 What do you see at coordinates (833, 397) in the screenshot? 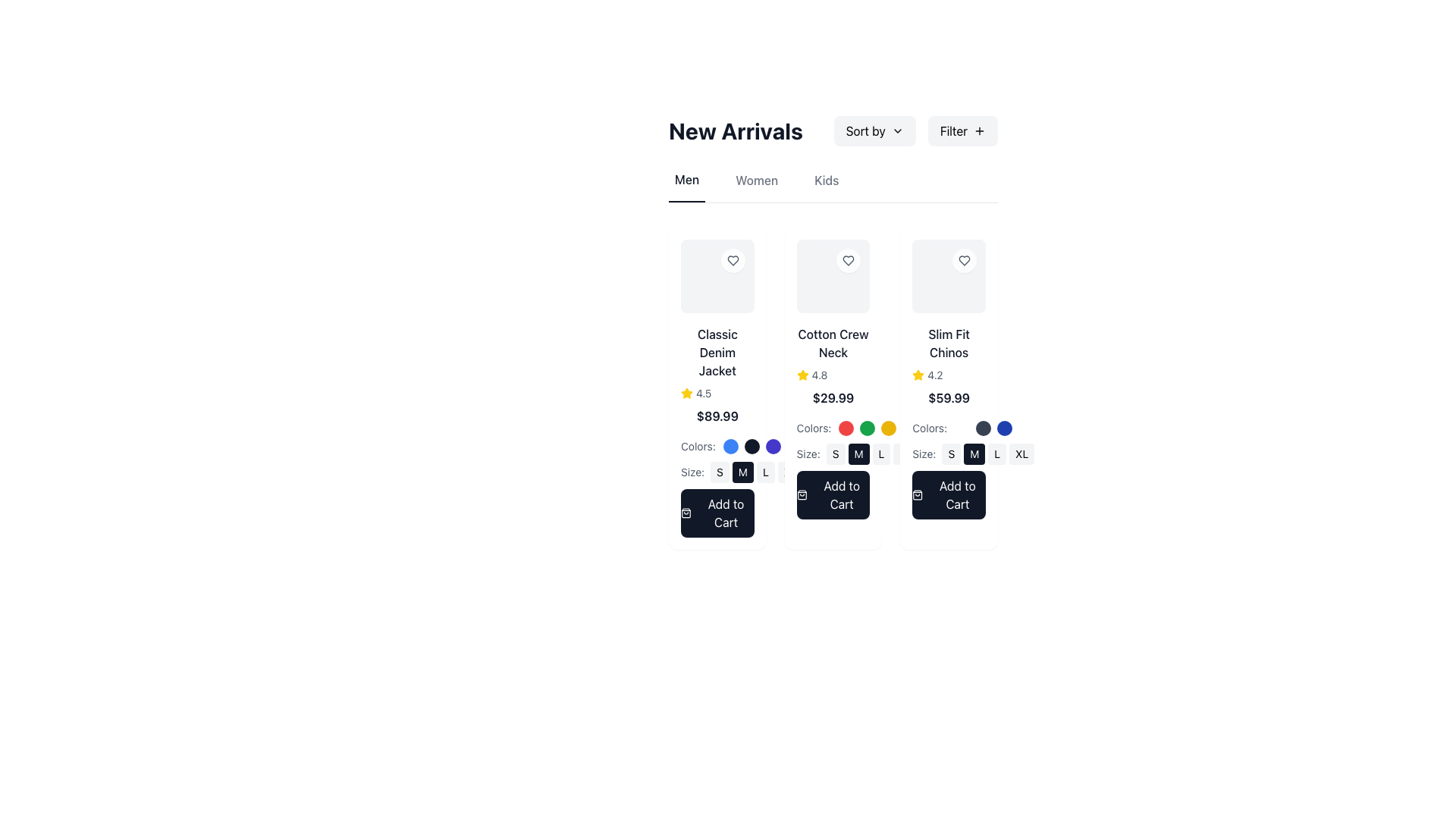
I see `the static text element displaying the price of the product, located below the rating text and above the color options in the 'Cotton Crew Neck' section` at bounding box center [833, 397].